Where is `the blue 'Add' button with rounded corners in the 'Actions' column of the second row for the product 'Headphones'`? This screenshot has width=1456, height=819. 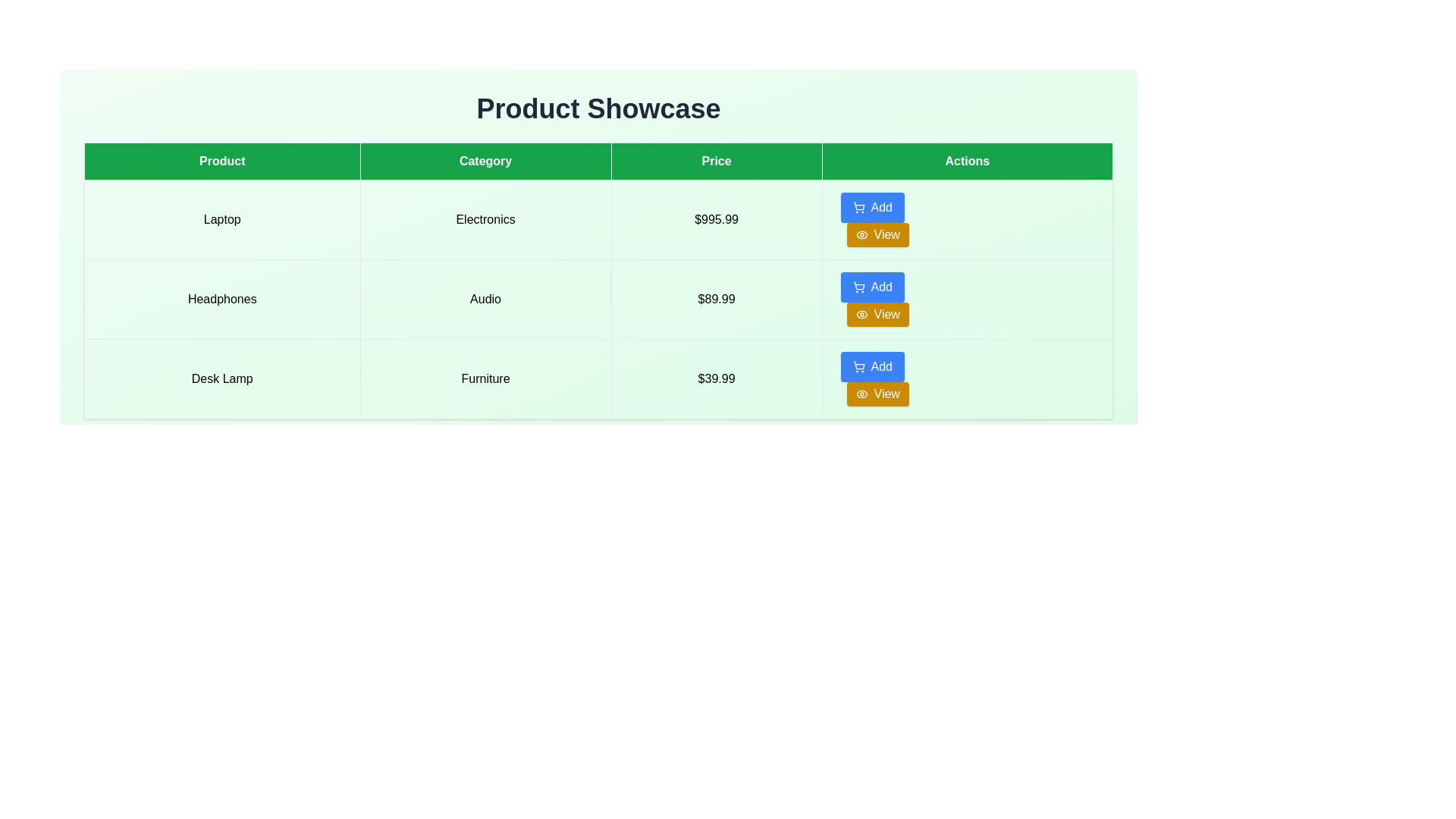
the blue 'Add' button with rounded corners in the 'Actions' column of the second row for the product 'Headphones' is located at coordinates (872, 287).